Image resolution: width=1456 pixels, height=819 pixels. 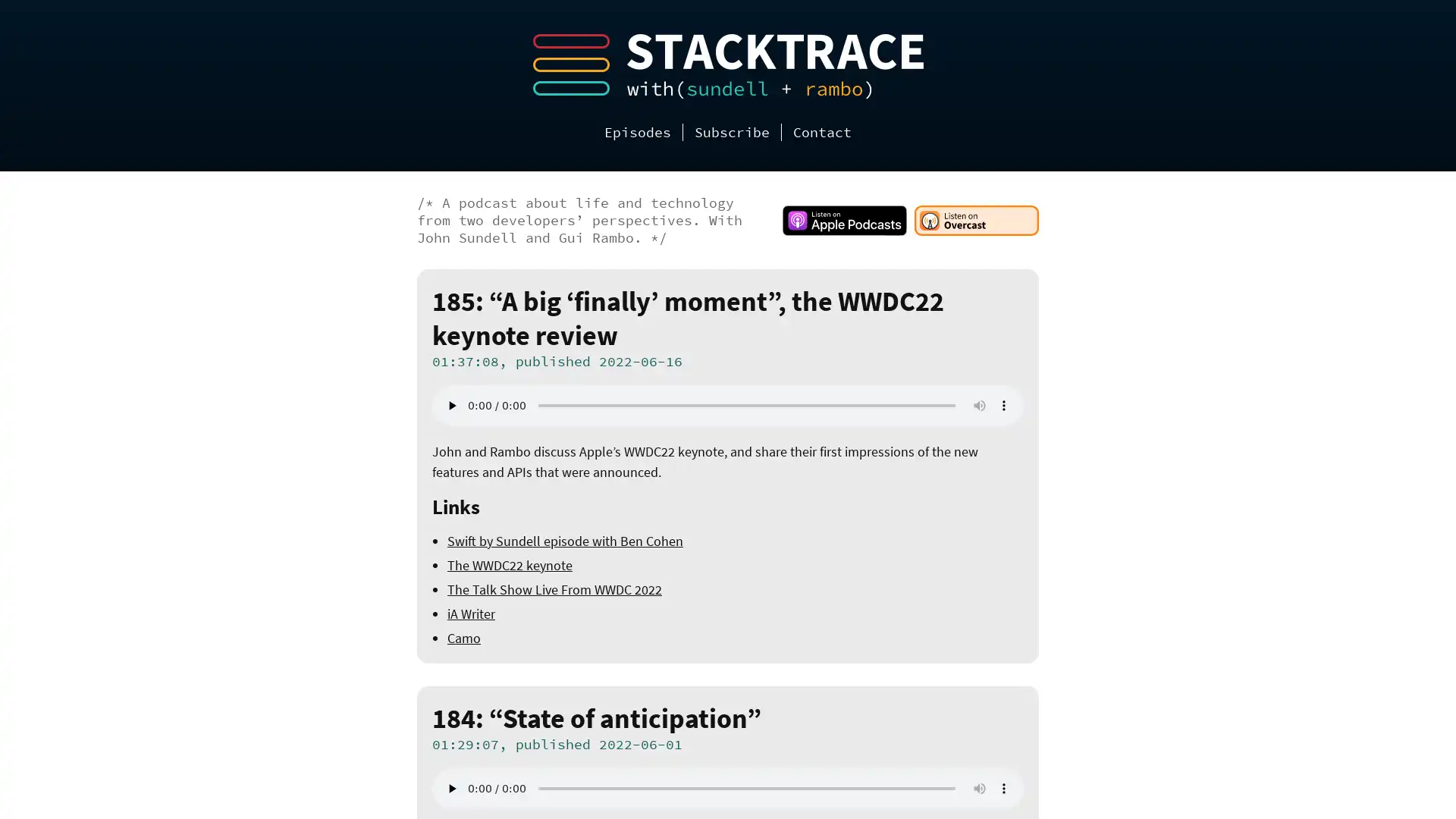 What do you see at coordinates (979, 405) in the screenshot?
I see `mute` at bounding box center [979, 405].